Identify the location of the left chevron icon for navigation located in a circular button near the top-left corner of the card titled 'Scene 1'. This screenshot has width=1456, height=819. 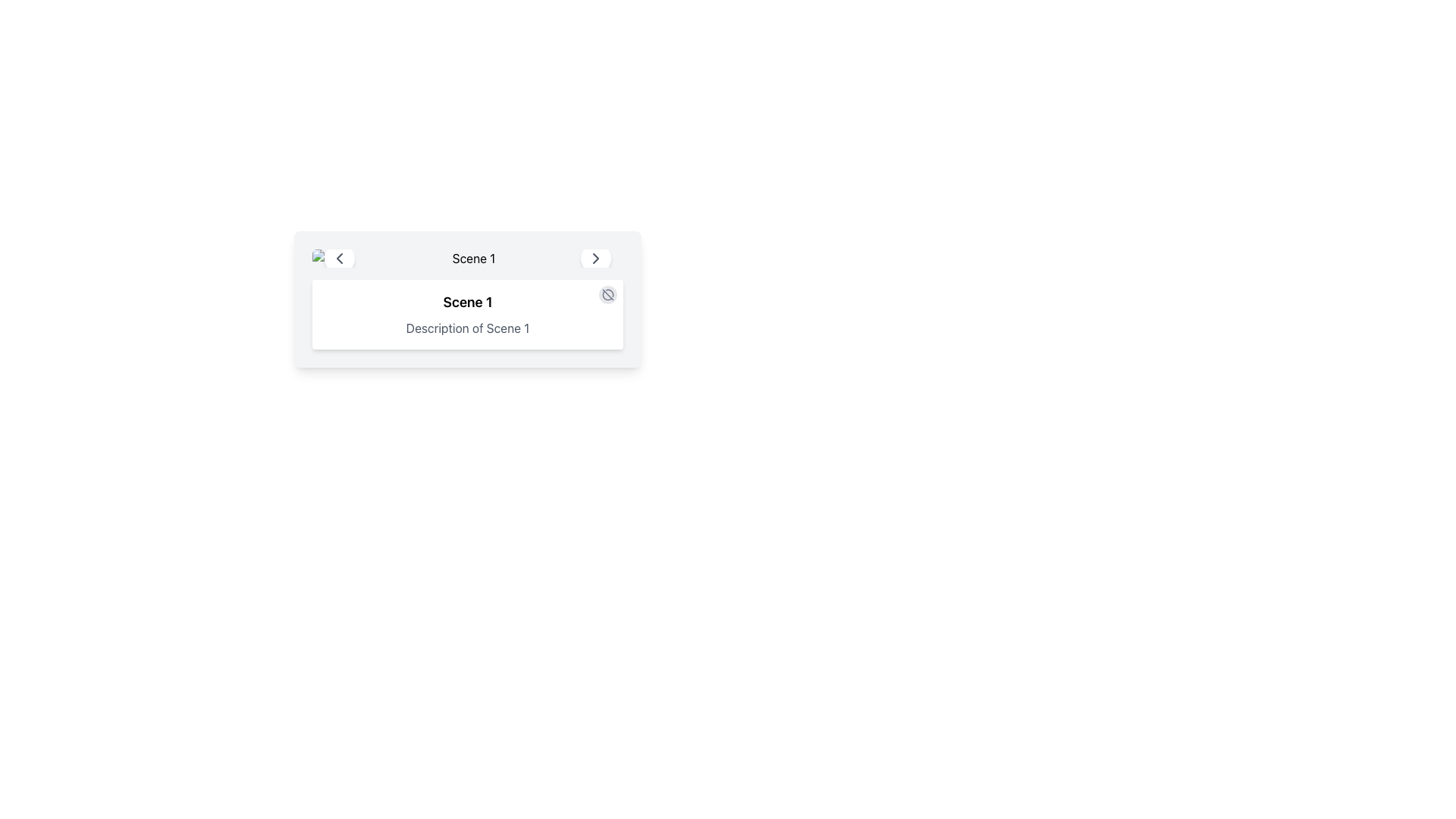
(338, 257).